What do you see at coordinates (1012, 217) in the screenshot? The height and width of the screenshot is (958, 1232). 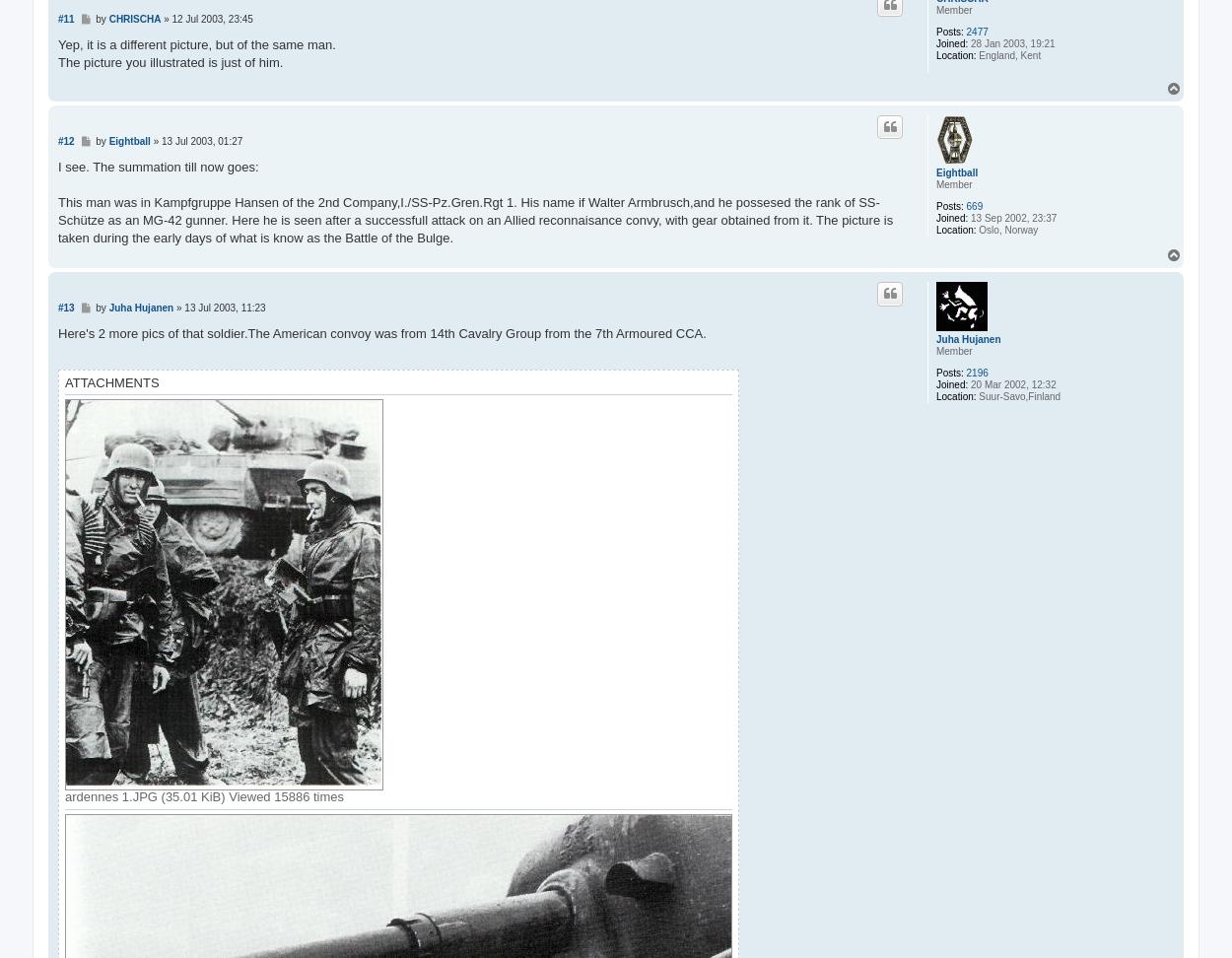 I see `'13 Sep 2002, 23:37'` at bounding box center [1012, 217].